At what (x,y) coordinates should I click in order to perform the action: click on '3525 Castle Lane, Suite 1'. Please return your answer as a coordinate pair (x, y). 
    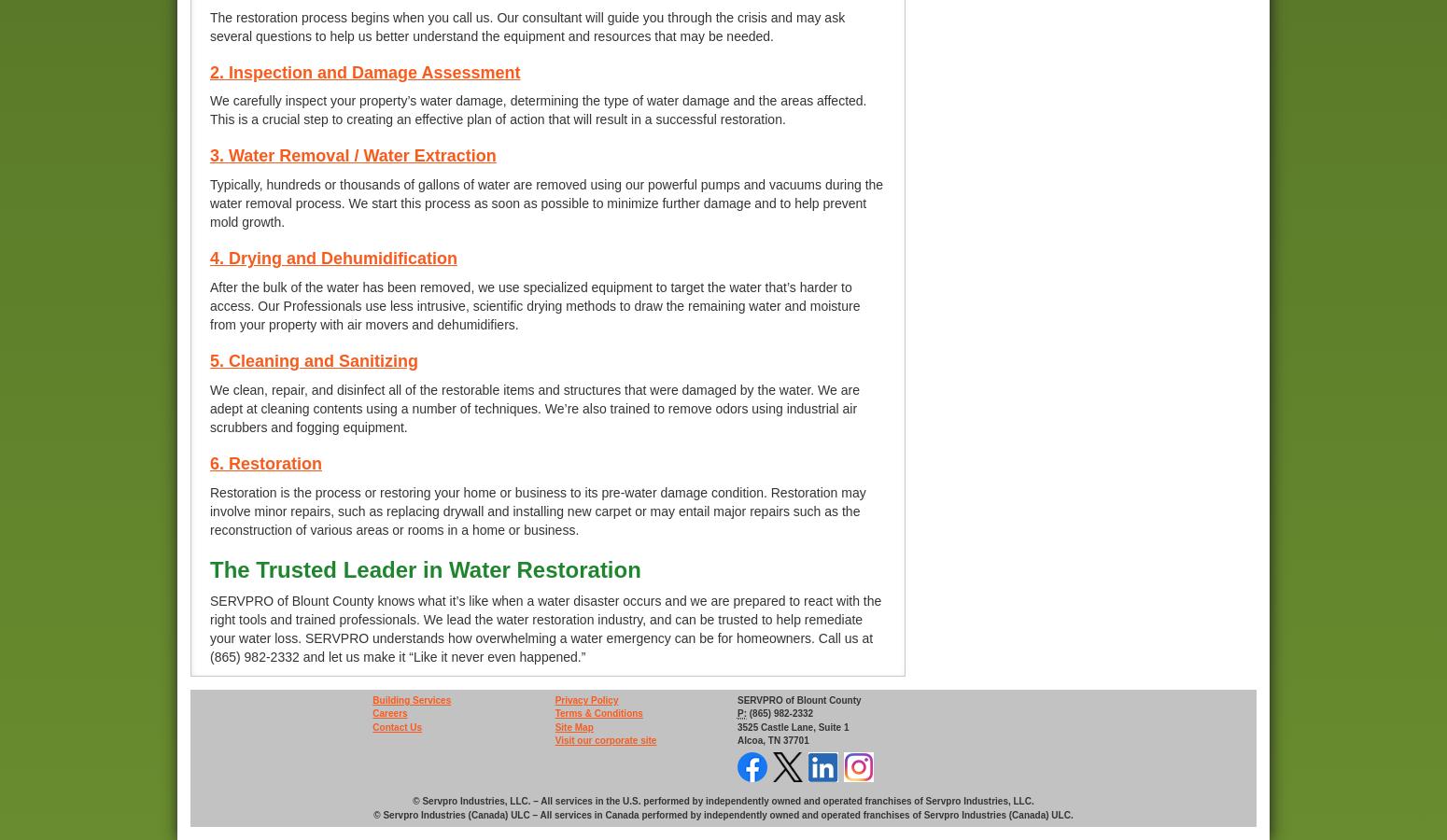
    Looking at the image, I should click on (791, 725).